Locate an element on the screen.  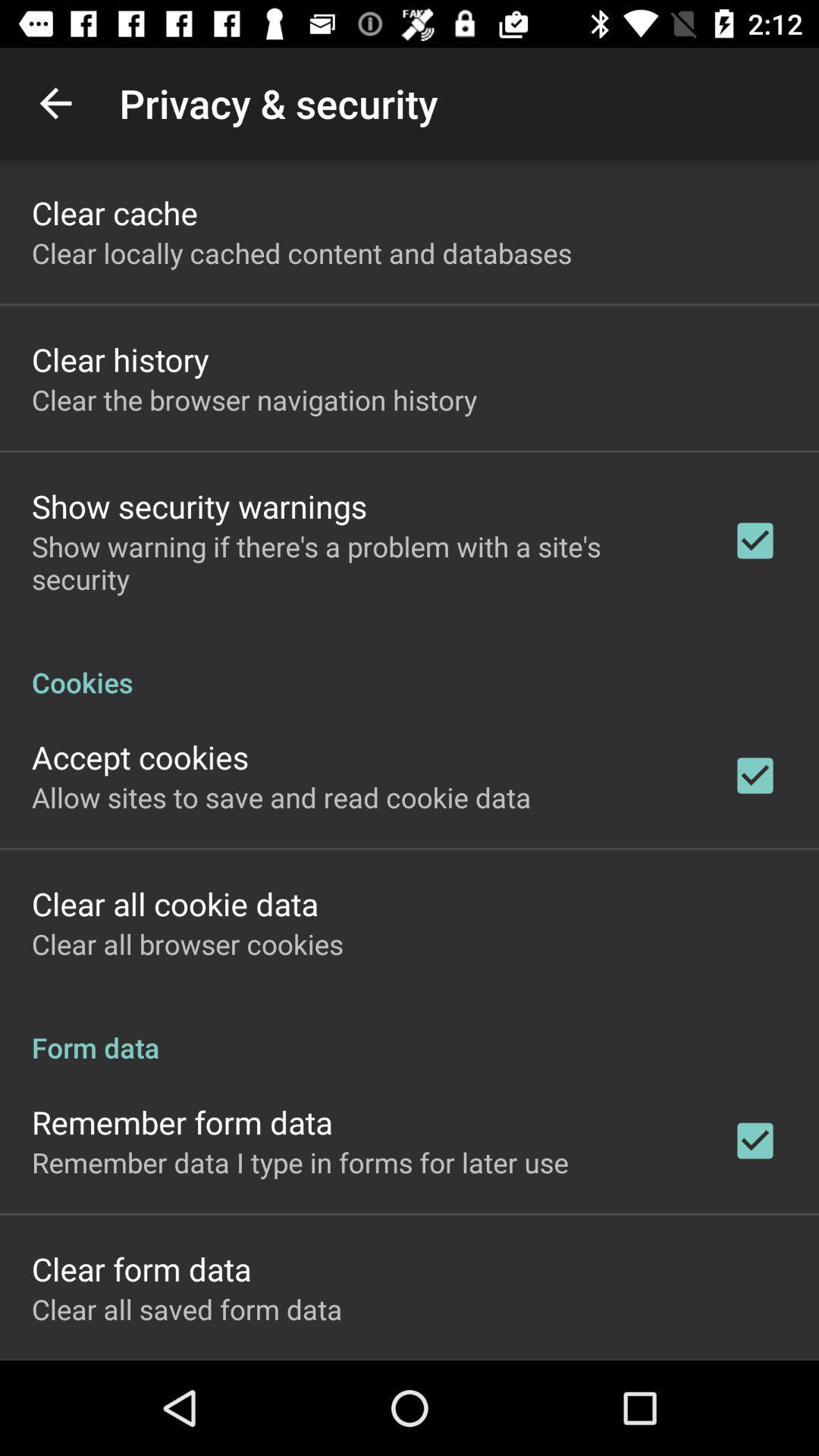
the allow sites to item is located at coordinates (281, 796).